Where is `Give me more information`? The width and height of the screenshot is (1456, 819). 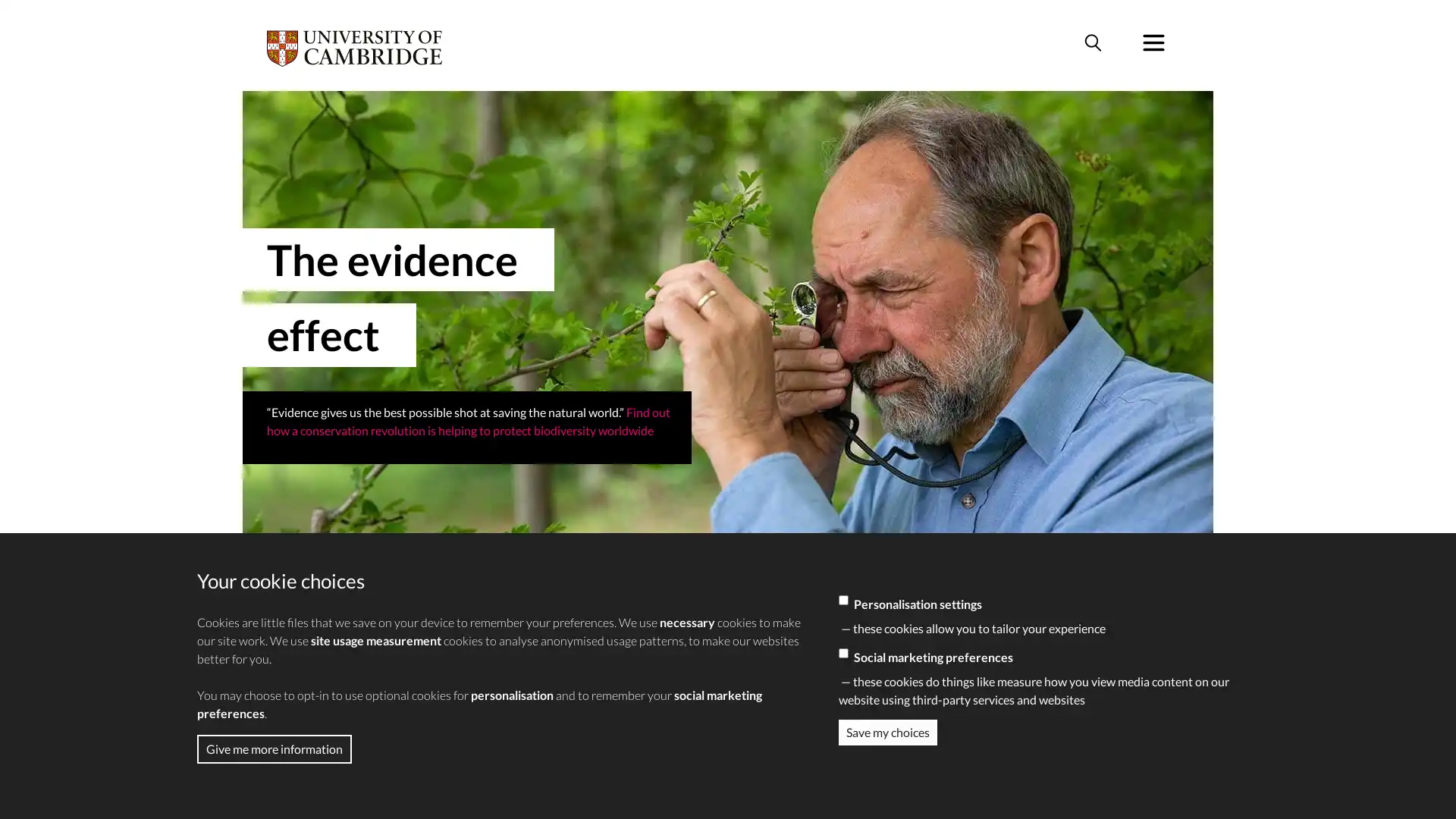
Give me more information is located at coordinates (273, 748).